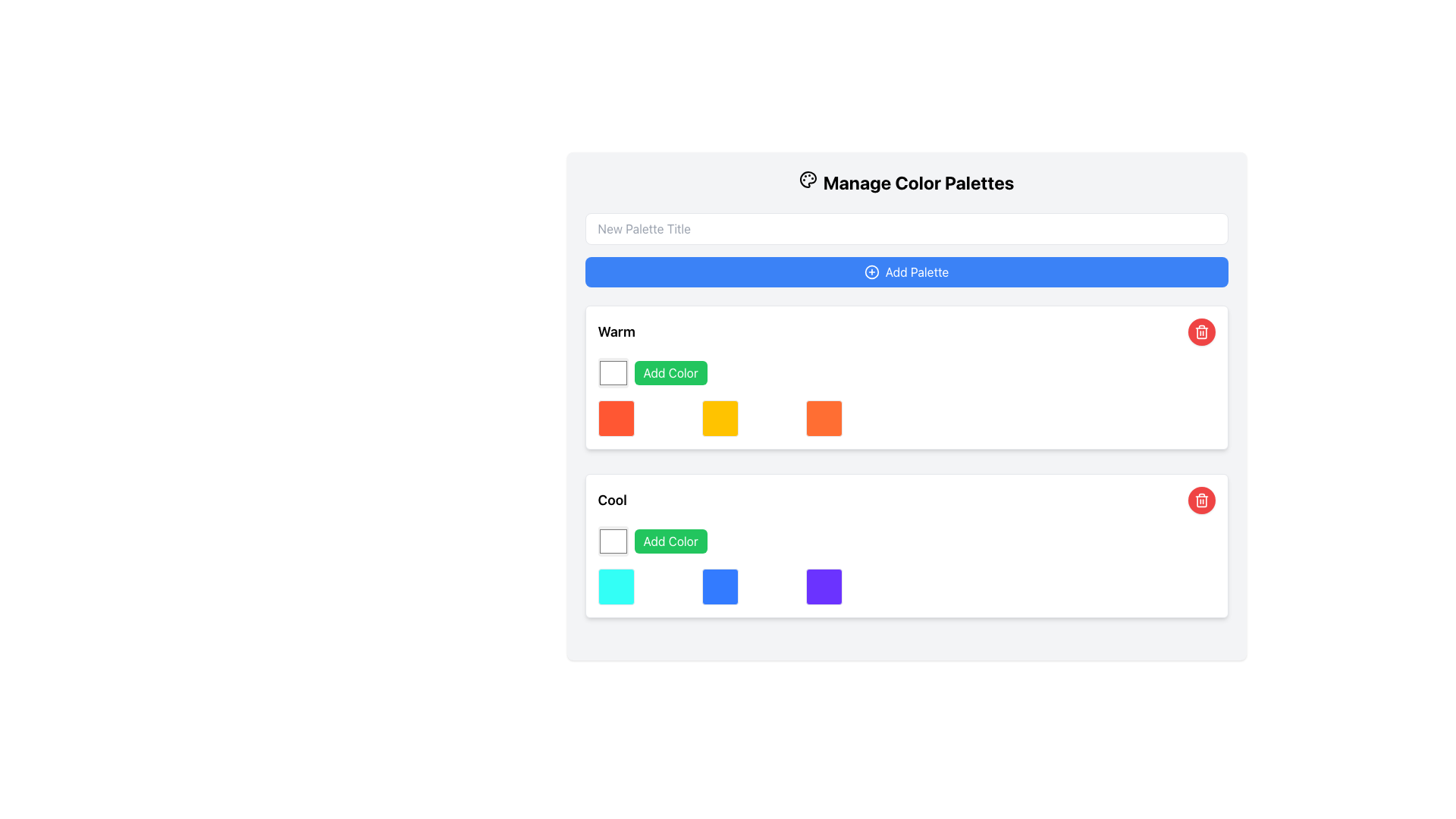  I want to click on the first square color tile in the 'Cool' color palette section, so click(616, 586).